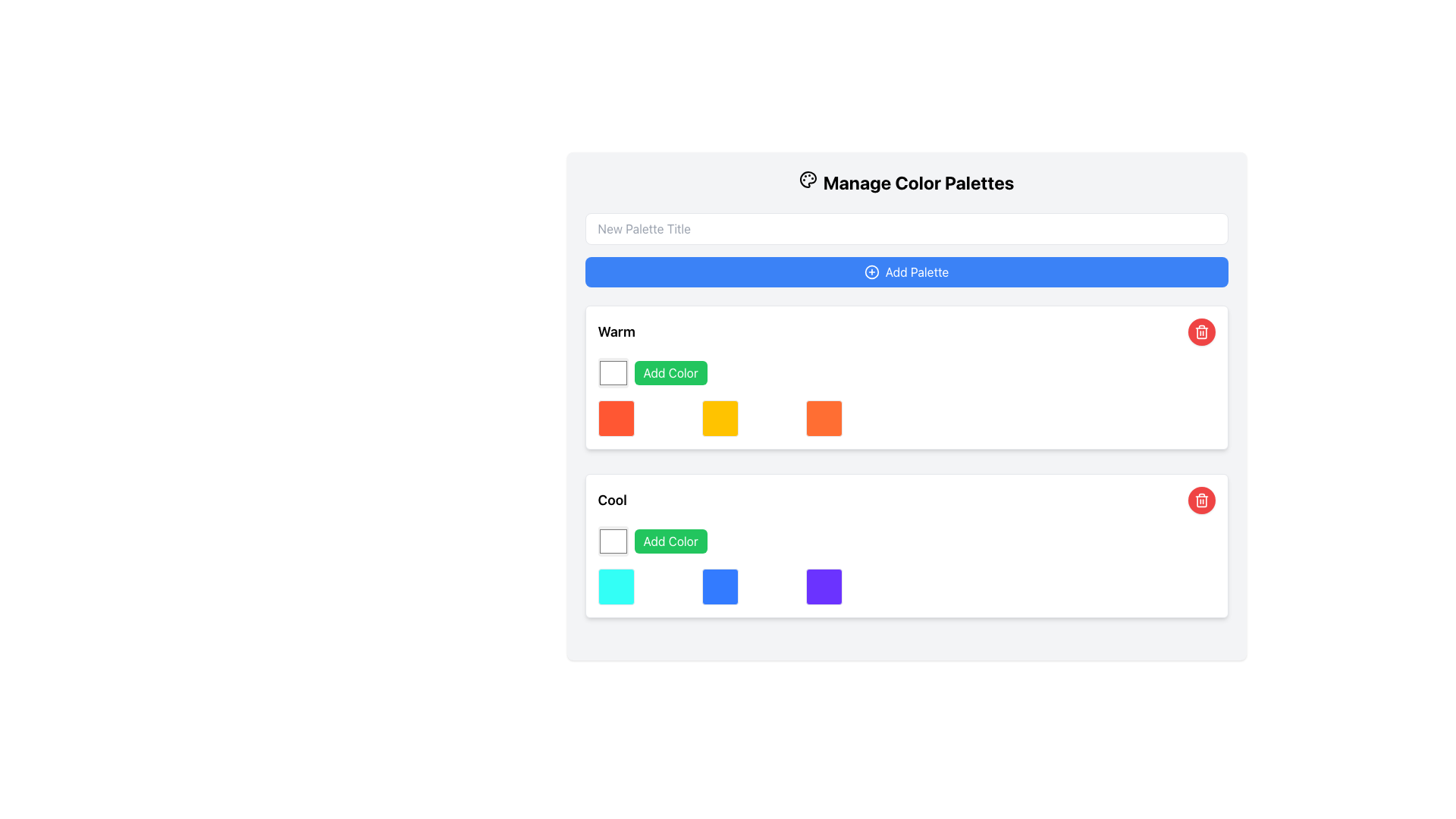  I want to click on the first square color tile in the 'Cool' color palette section, so click(616, 586).